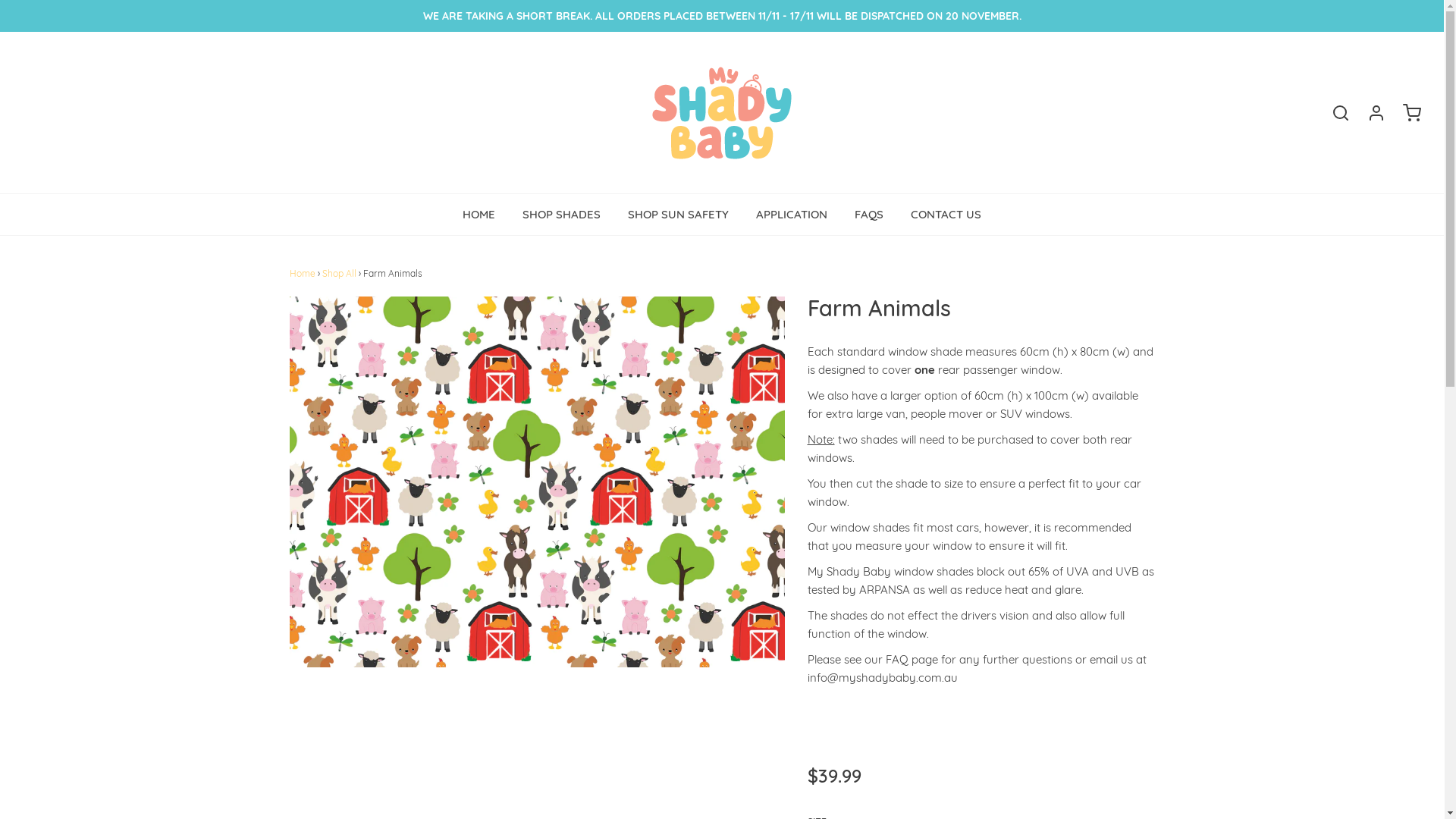  I want to click on 'FAQS', so click(869, 214).